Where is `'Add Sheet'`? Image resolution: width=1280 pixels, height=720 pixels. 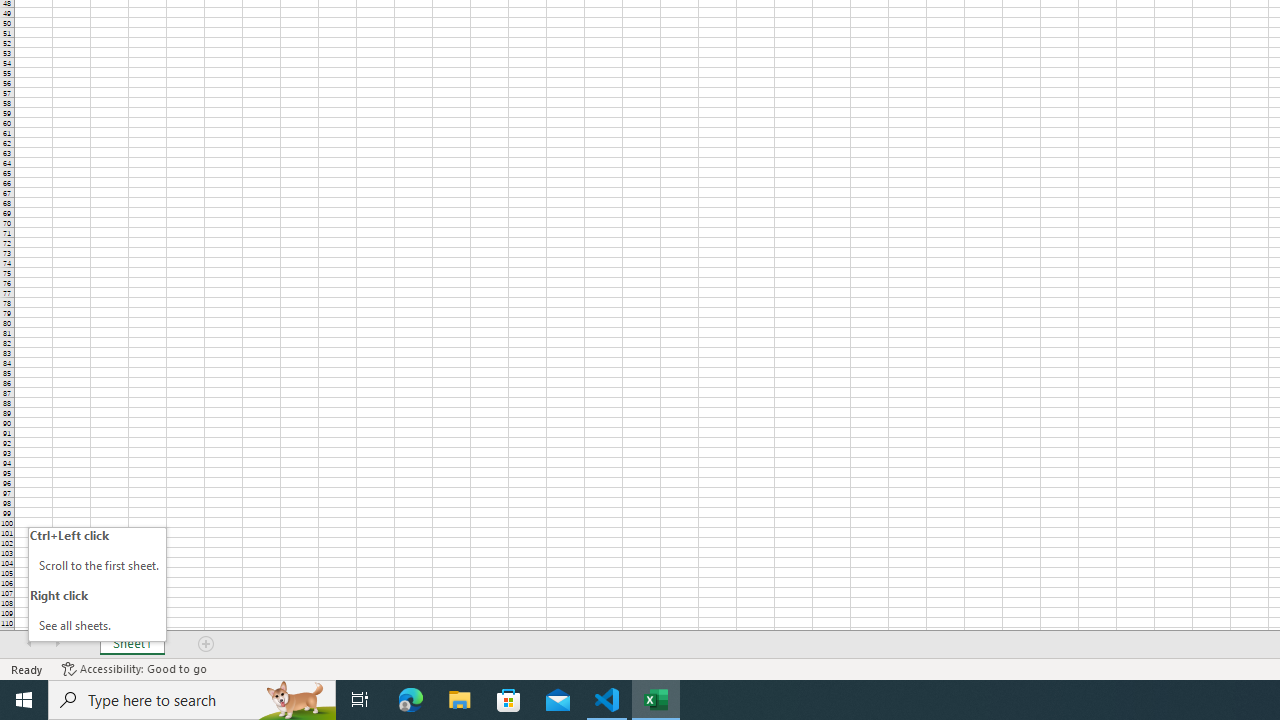 'Add Sheet' is located at coordinates (207, 644).